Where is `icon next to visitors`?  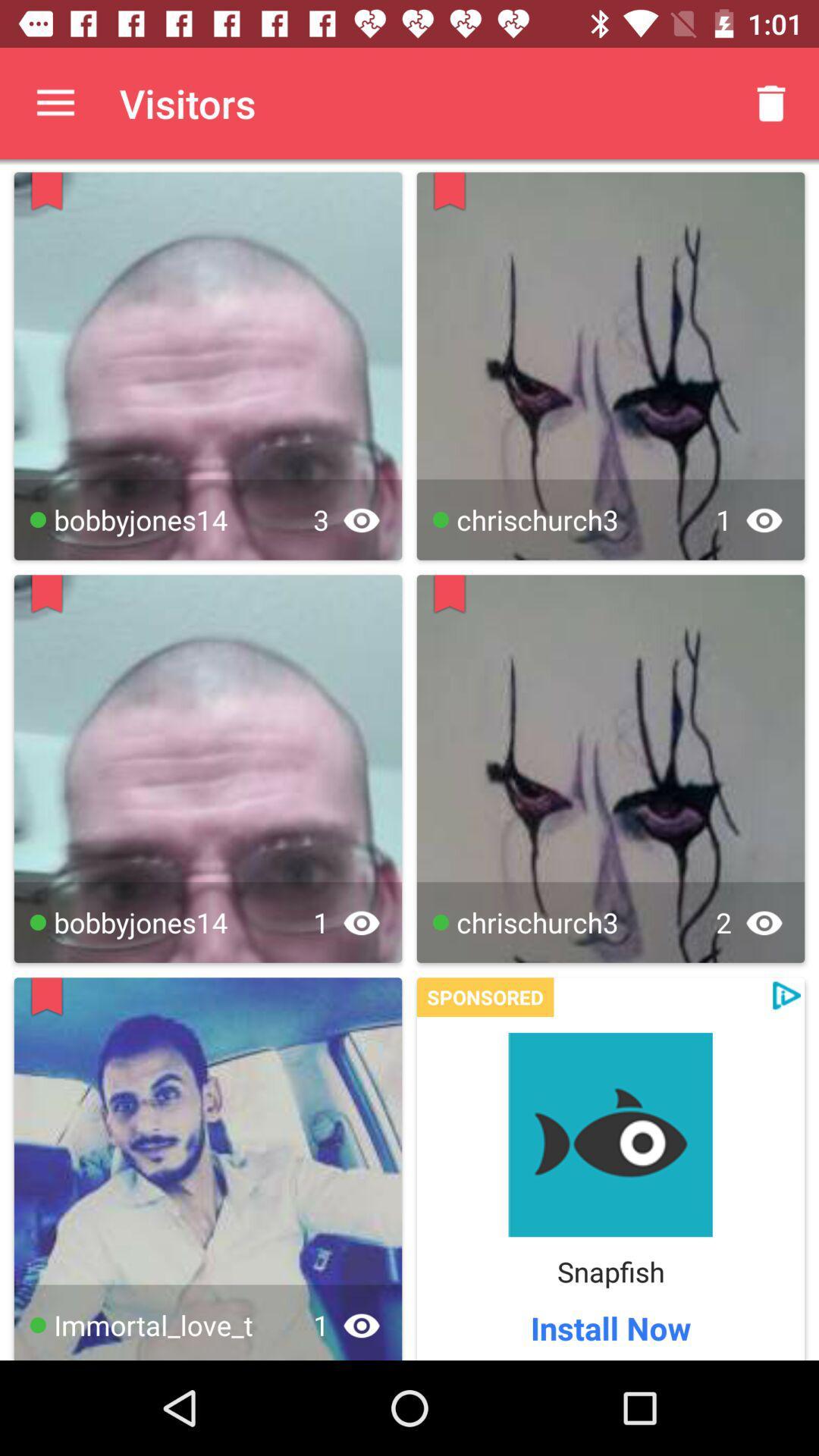
icon next to visitors is located at coordinates (771, 102).